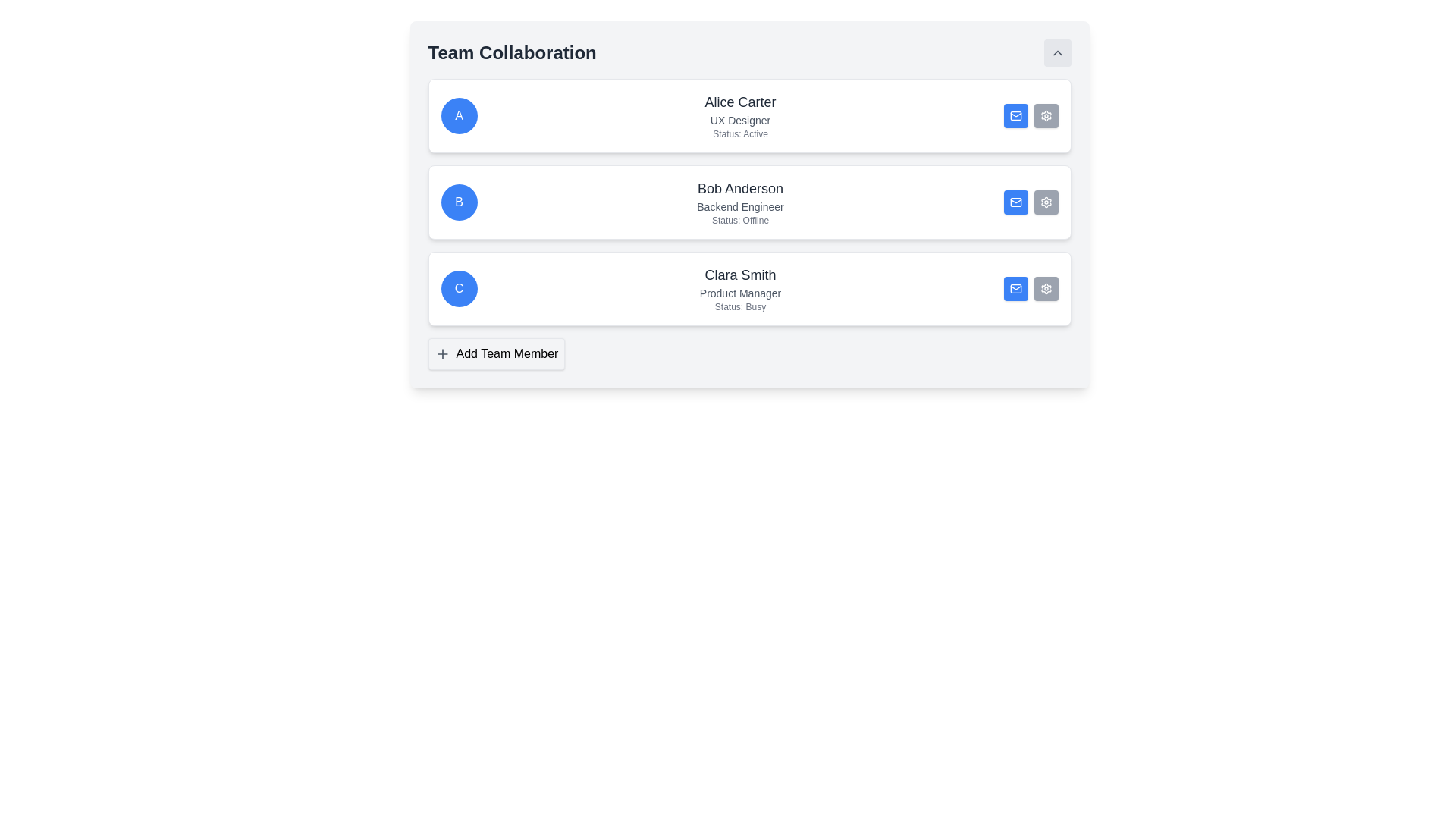 The image size is (1456, 819). What do you see at coordinates (740, 119) in the screenshot?
I see `the text label displaying the job title 'UX Designer' for team member Alice Carter, located in the card section under 'Alice Carter' and above 'Status: Active'` at bounding box center [740, 119].